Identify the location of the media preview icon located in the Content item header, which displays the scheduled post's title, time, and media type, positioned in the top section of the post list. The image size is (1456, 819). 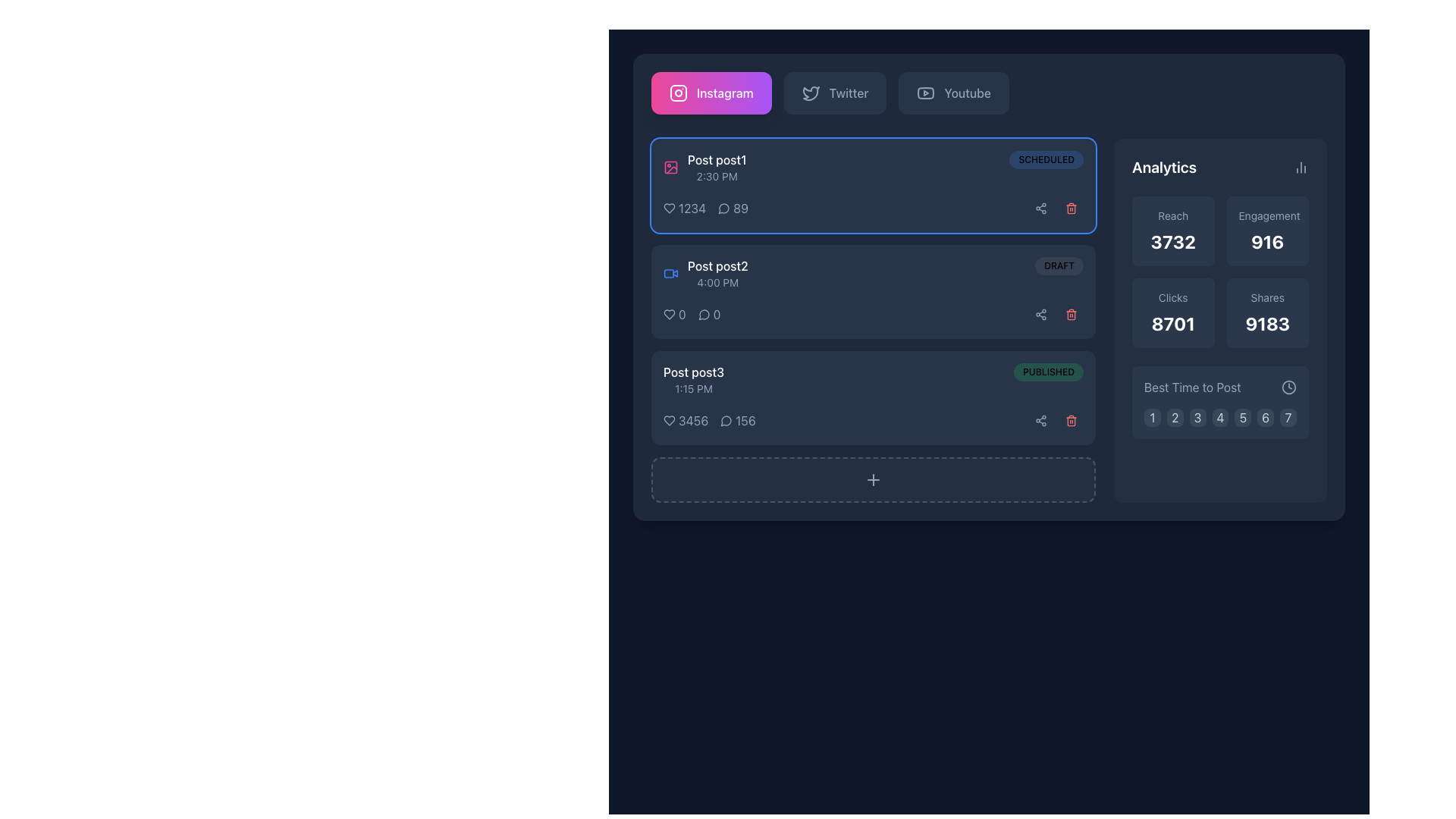
(704, 167).